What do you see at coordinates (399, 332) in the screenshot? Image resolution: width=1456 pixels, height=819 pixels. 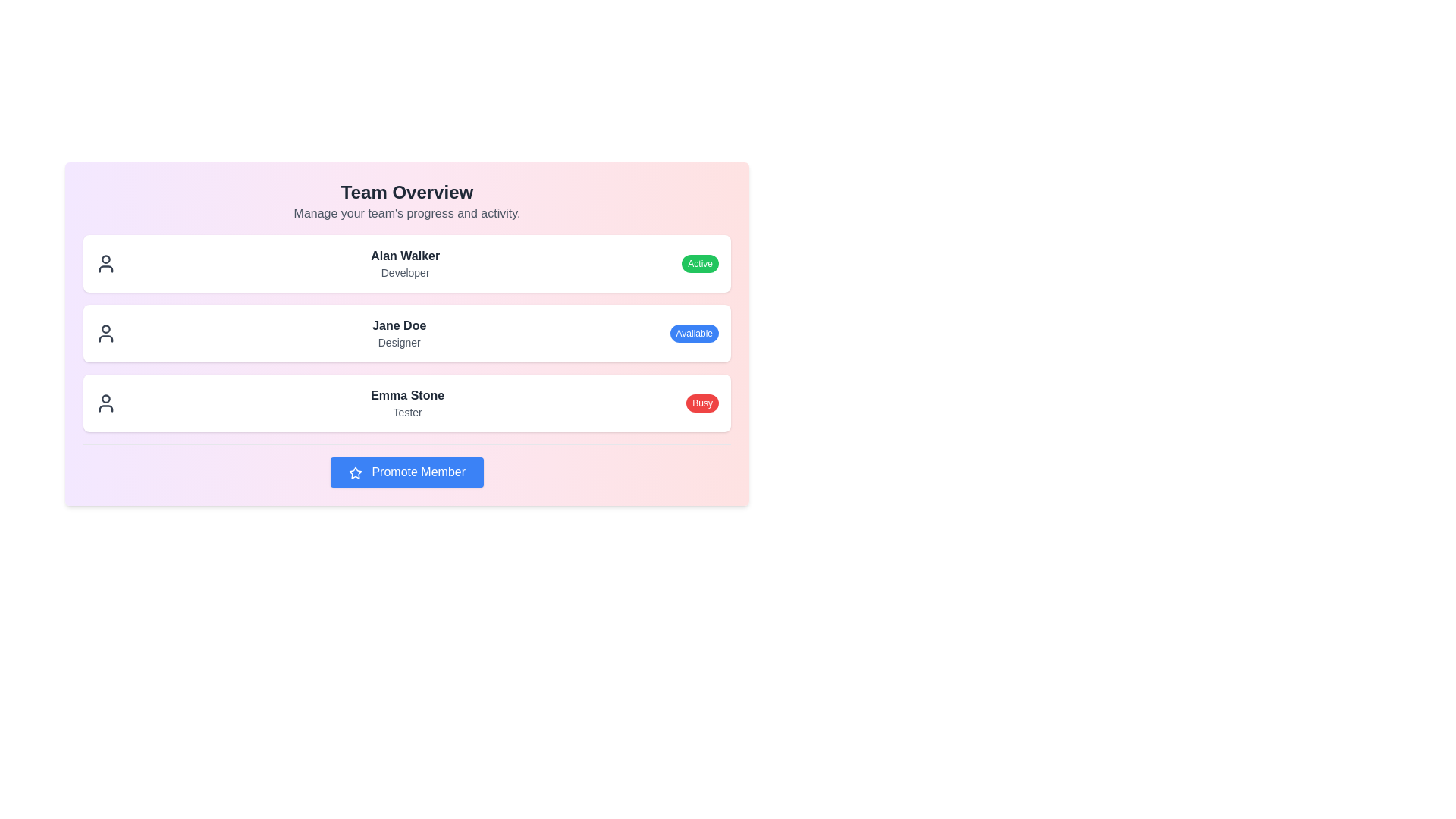 I see `the Label displaying 'Jane Doe, Designer' located in the second row of the card list under the 'Team Overview' section` at bounding box center [399, 332].